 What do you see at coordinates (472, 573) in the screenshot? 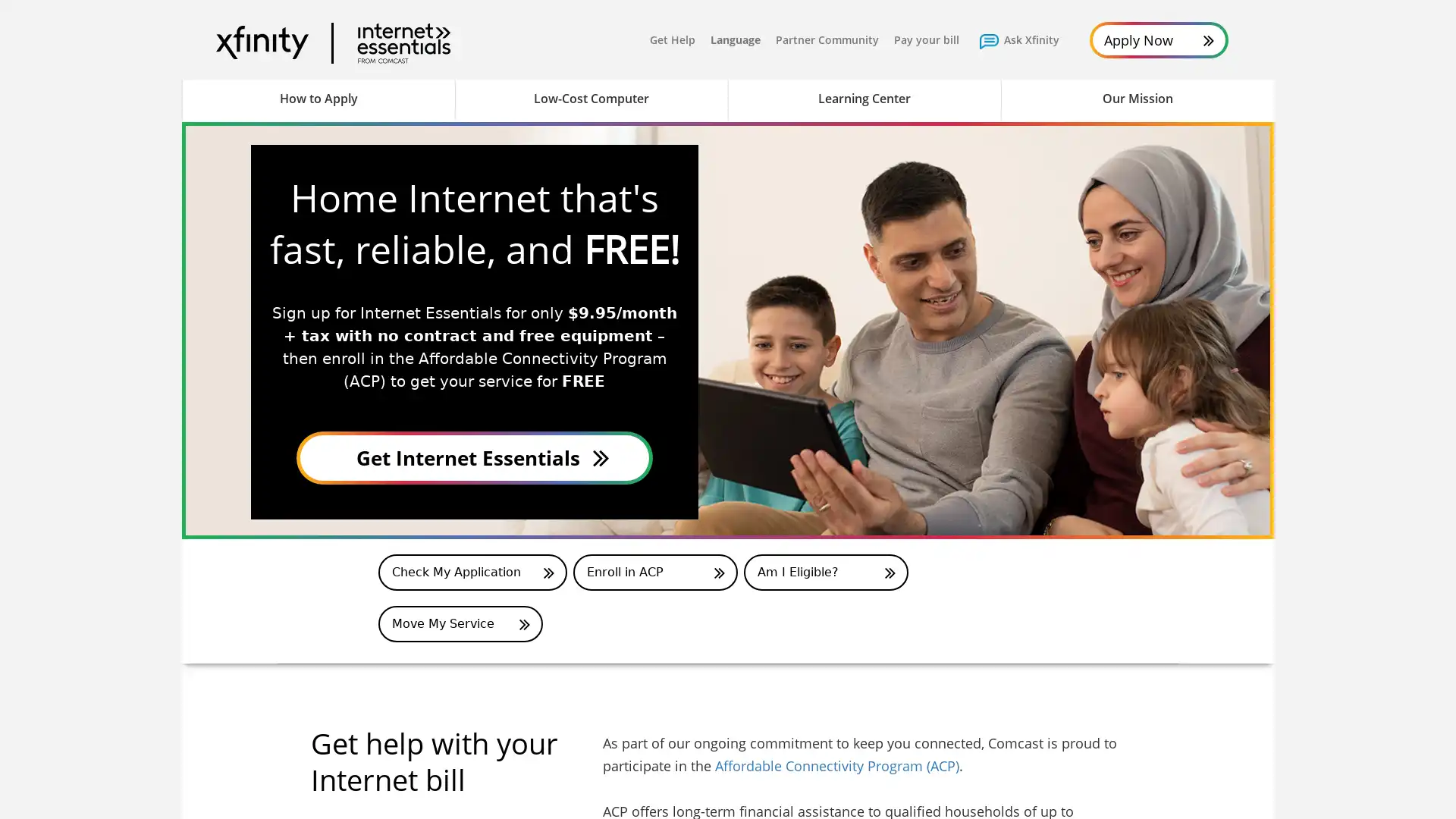
I see `Application Status` at bounding box center [472, 573].